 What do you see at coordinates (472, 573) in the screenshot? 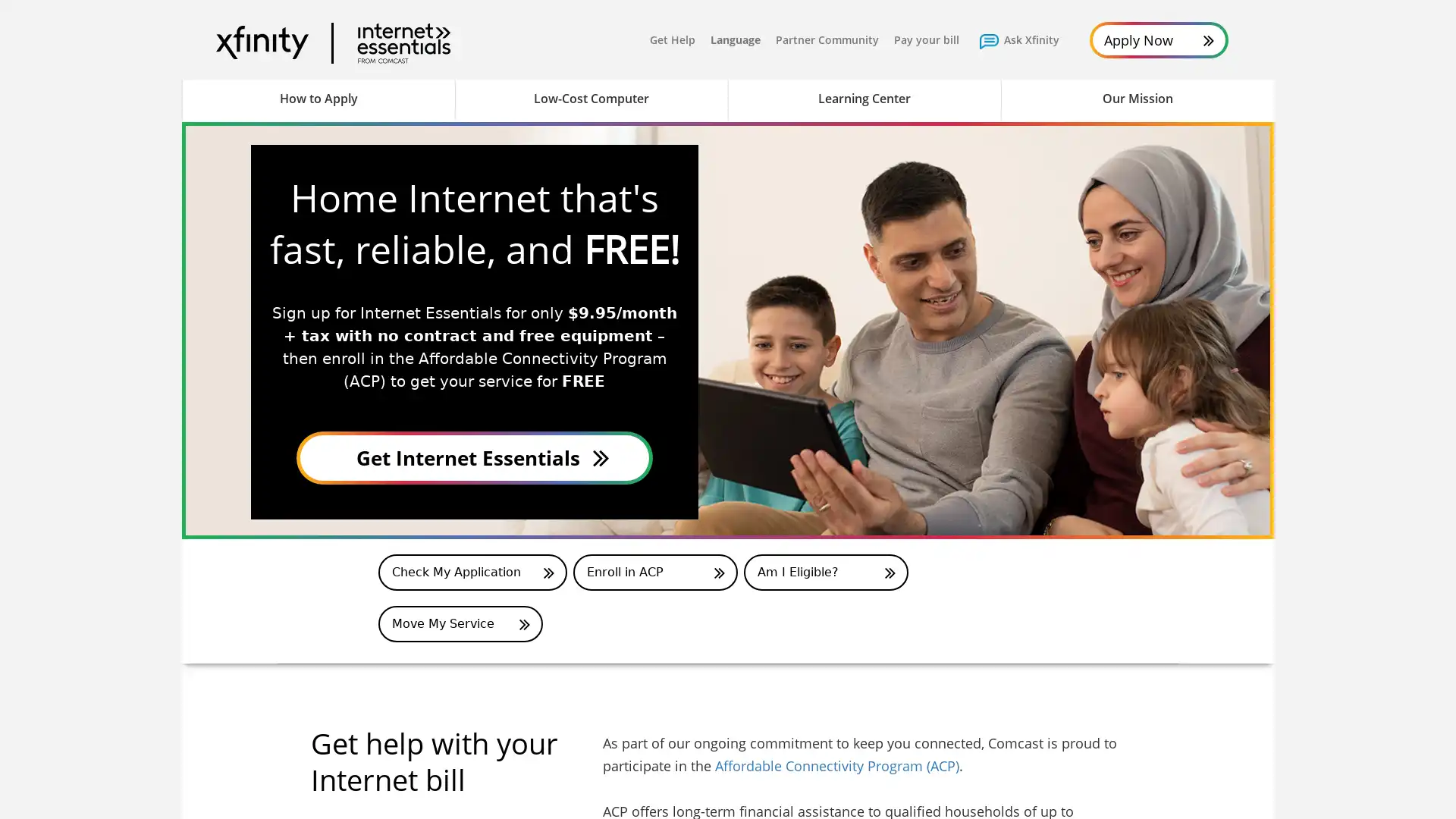
I see `Application Status` at bounding box center [472, 573].